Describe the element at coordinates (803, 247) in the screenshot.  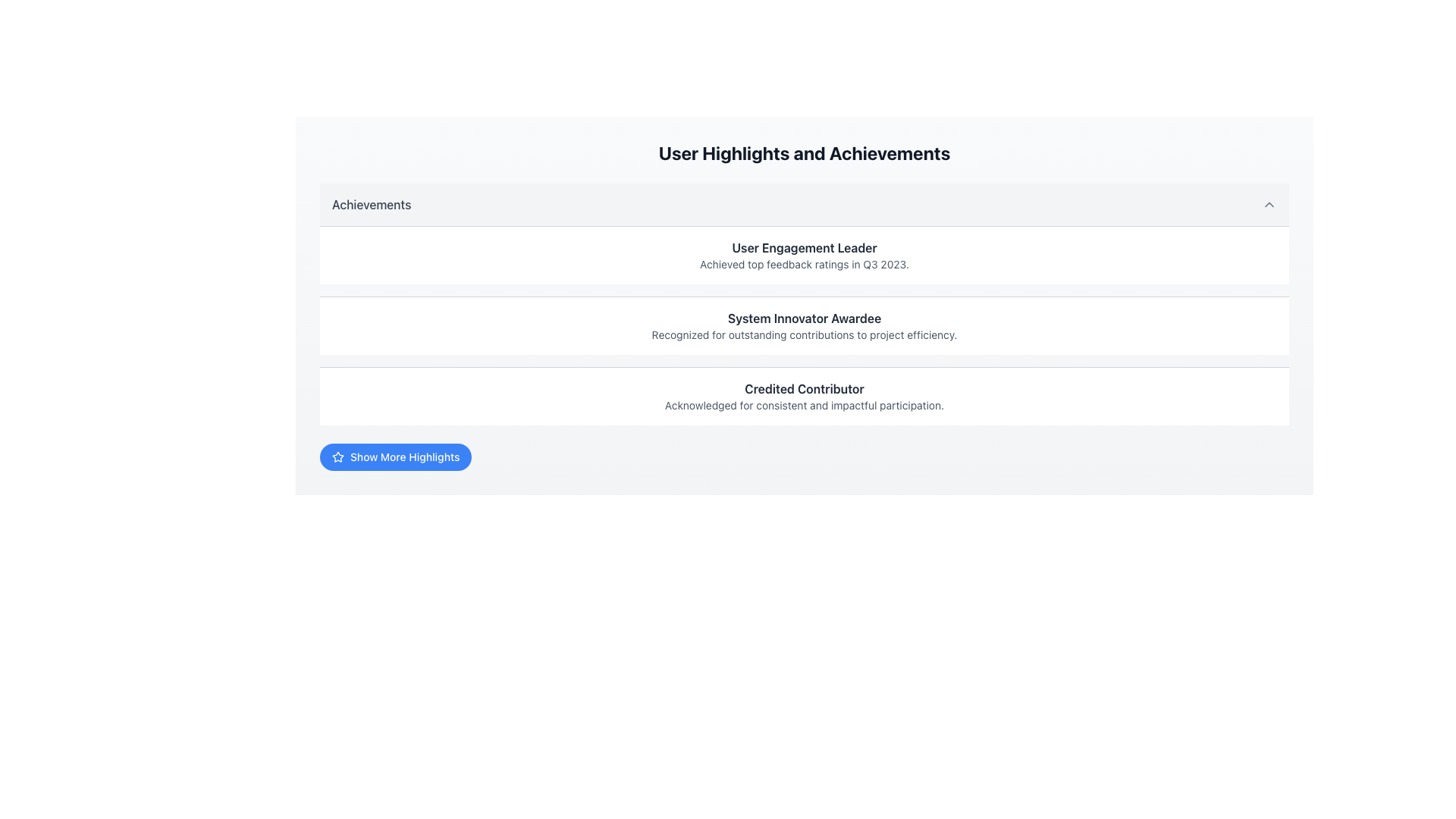
I see `the static text label that serves as a heading or title for the first achievement card, providing a summary of the content within the card` at that location.